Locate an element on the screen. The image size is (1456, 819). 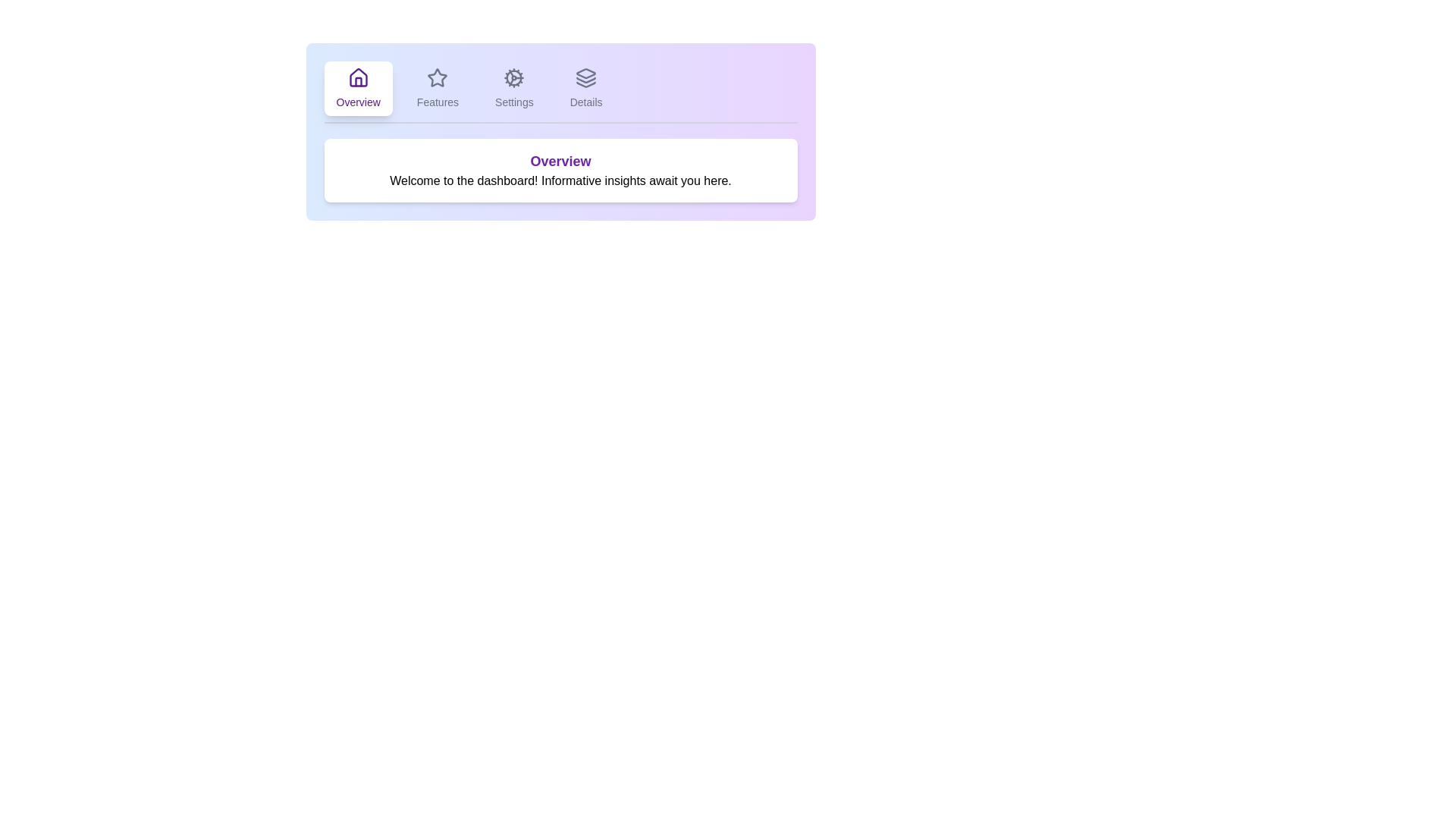
the Features tab by clicking on its label or icon is located at coordinates (436, 88).